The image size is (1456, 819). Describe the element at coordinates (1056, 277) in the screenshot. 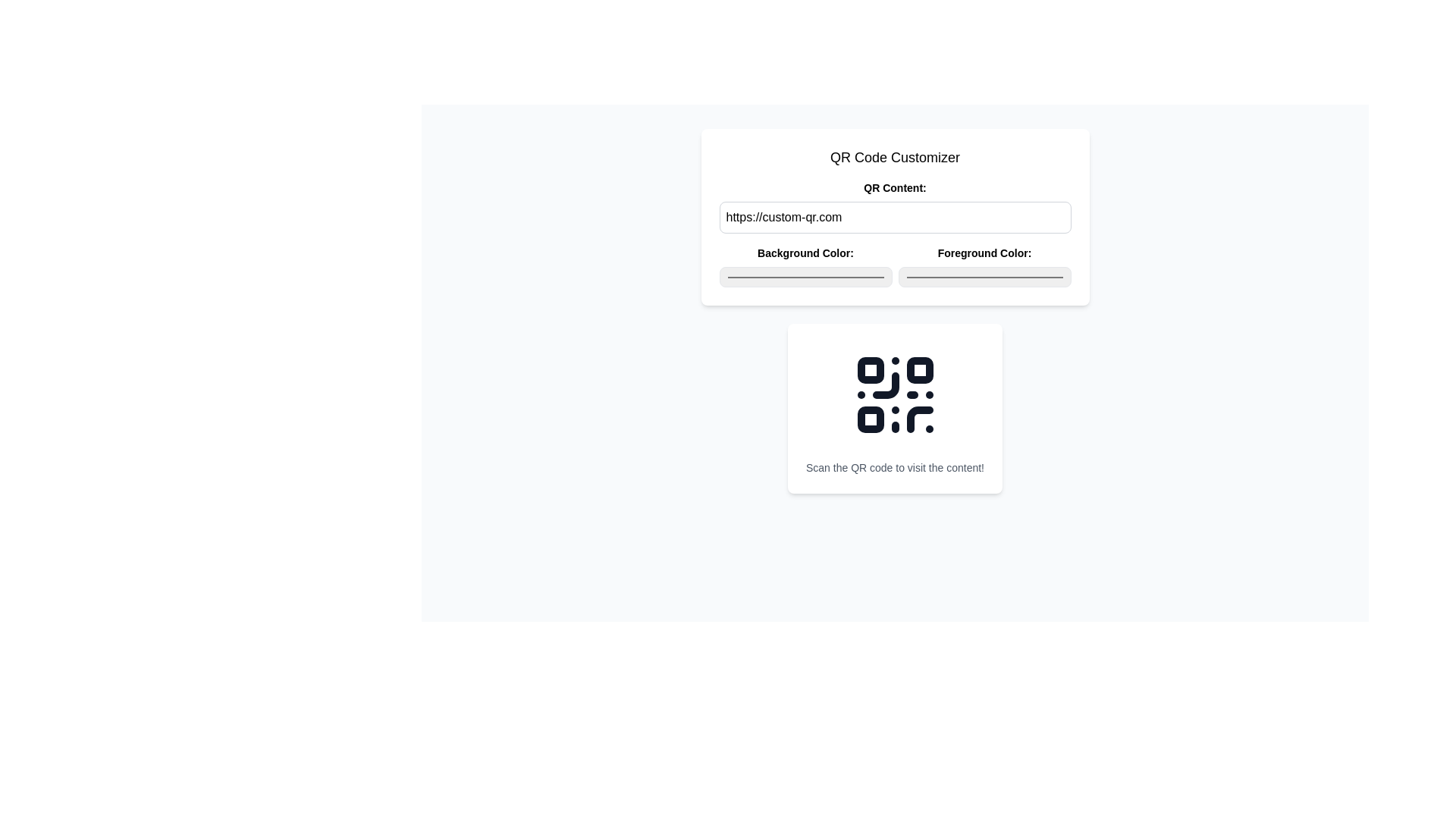

I see `the foreground color value by sliding` at that location.